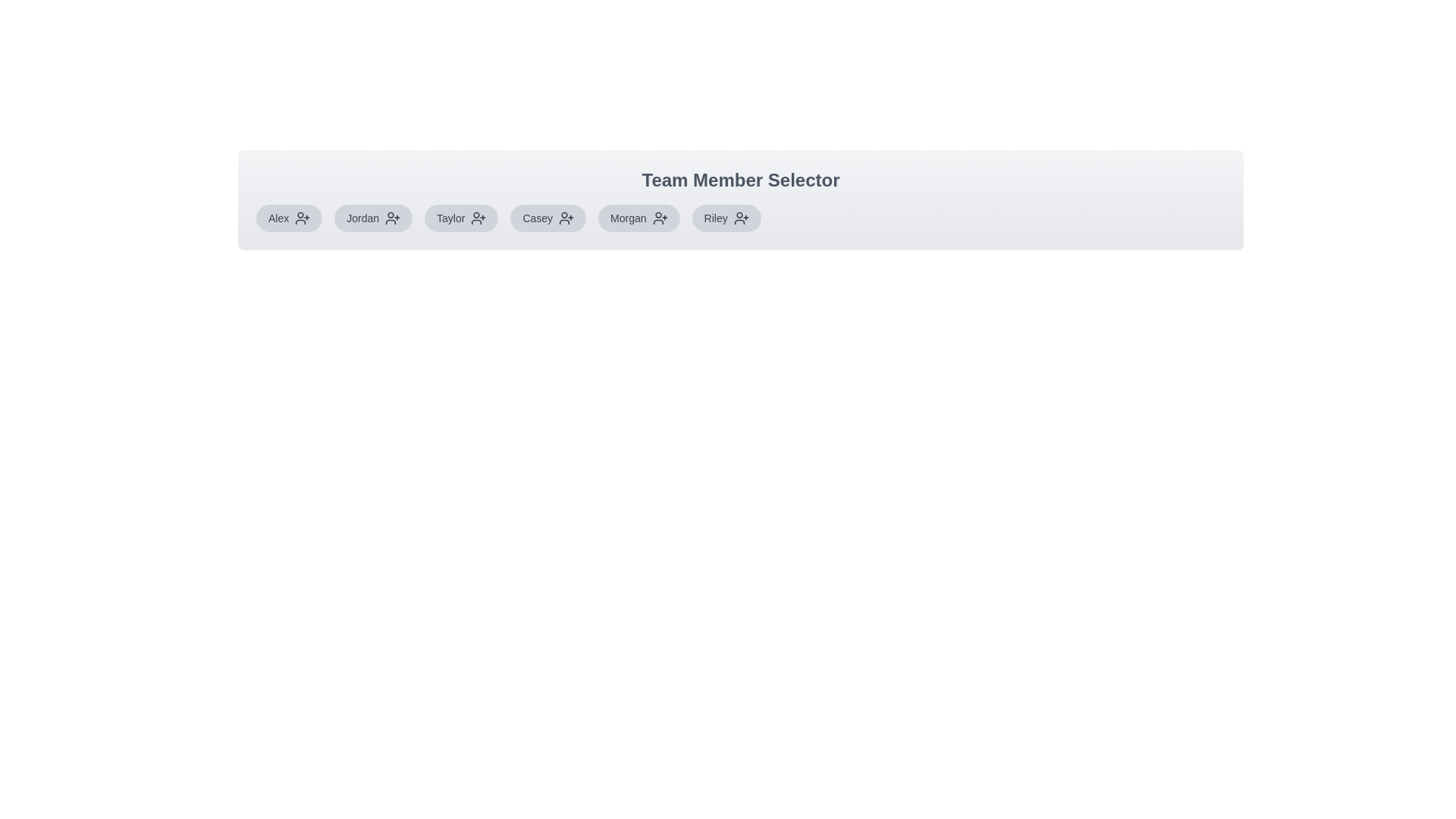 The image size is (1456, 819). Describe the element at coordinates (548, 218) in the screenshot. I see `the team member Casey to observe hover styles` at that location.